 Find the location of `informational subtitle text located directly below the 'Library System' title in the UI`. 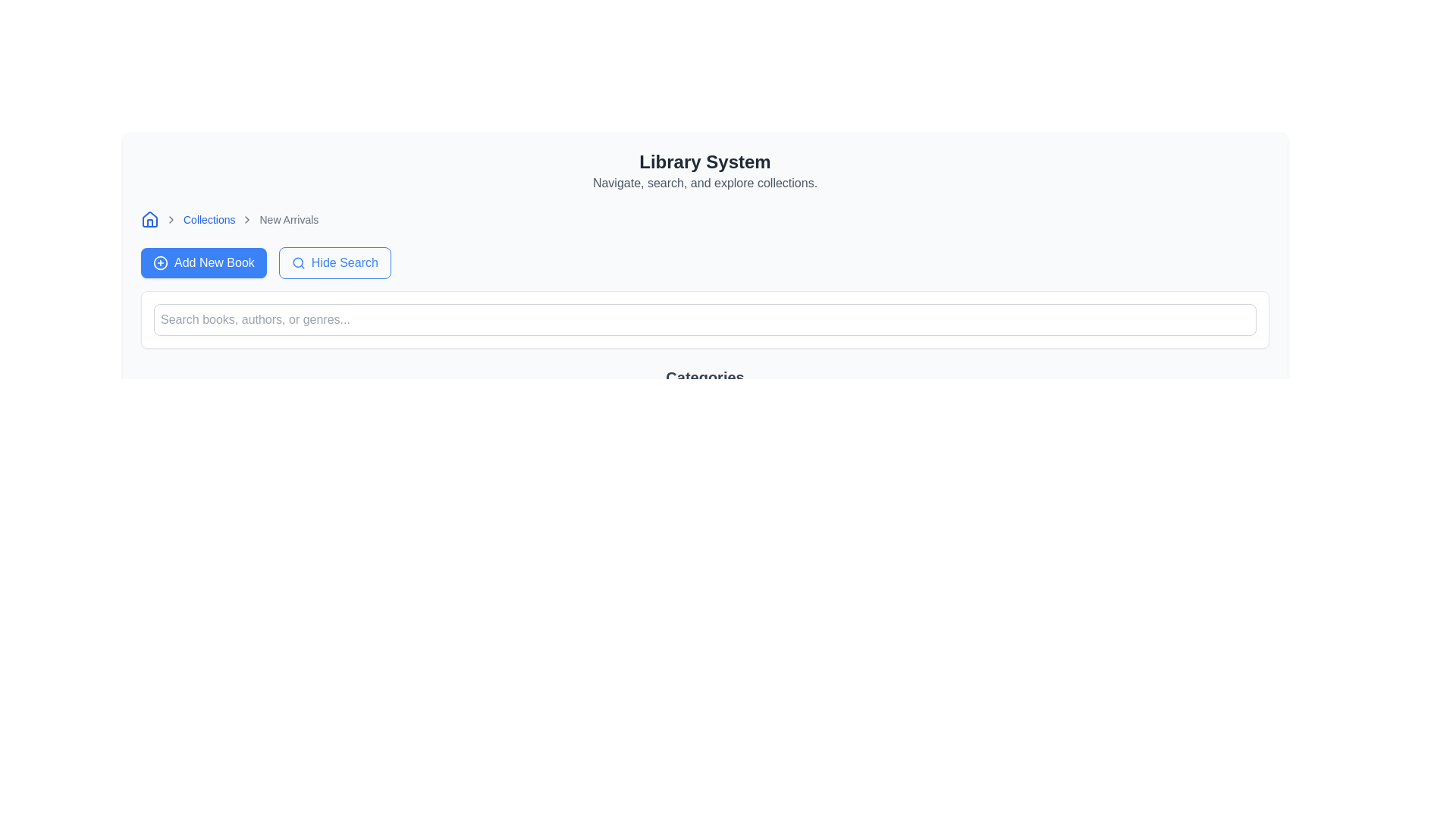

informational subtitle text located directly below the 'Library System' title in the UI is located at coordinates (704, 183).